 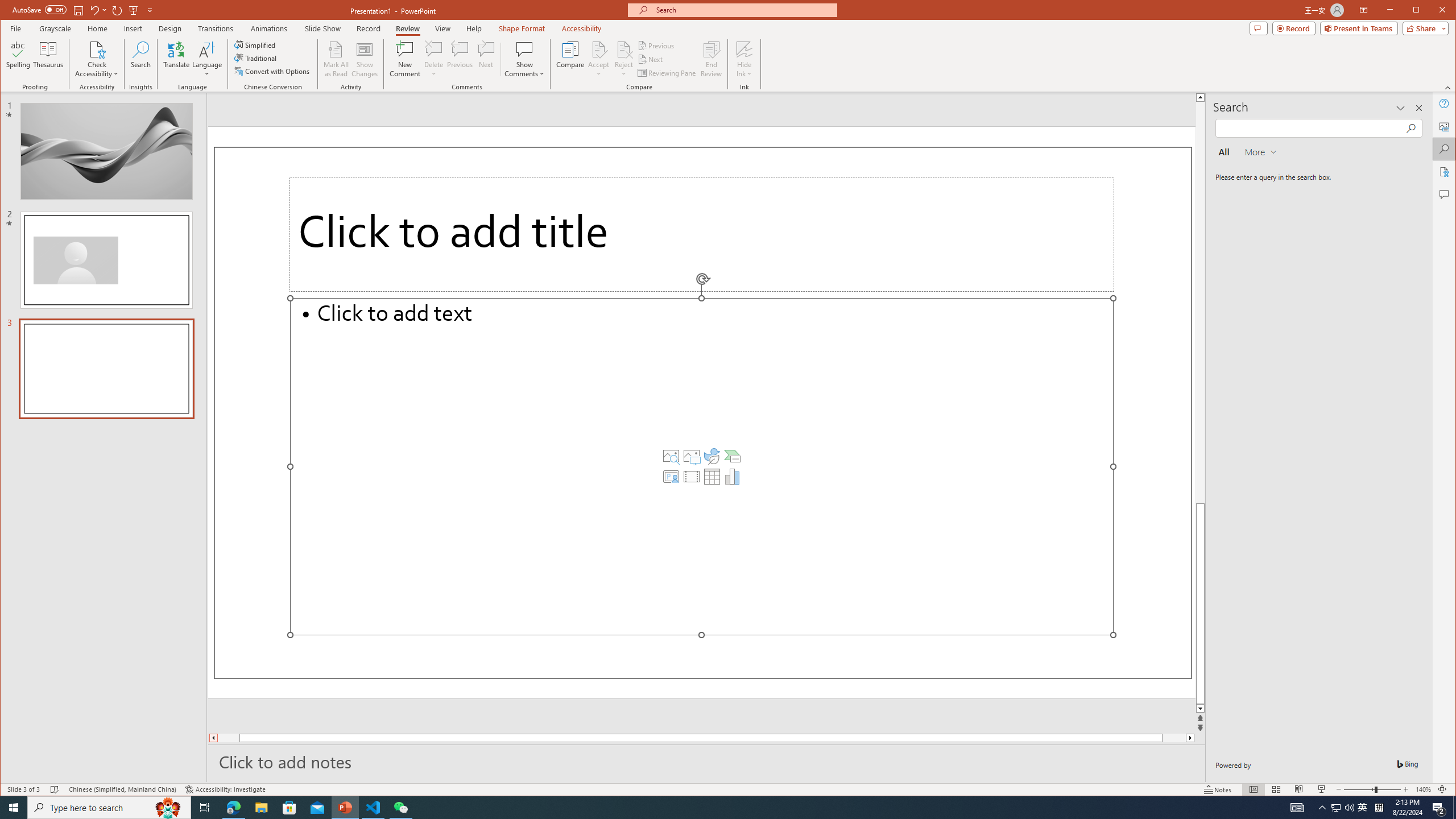 I want to click on 'Insert Chart', so click(x=732, y=477).